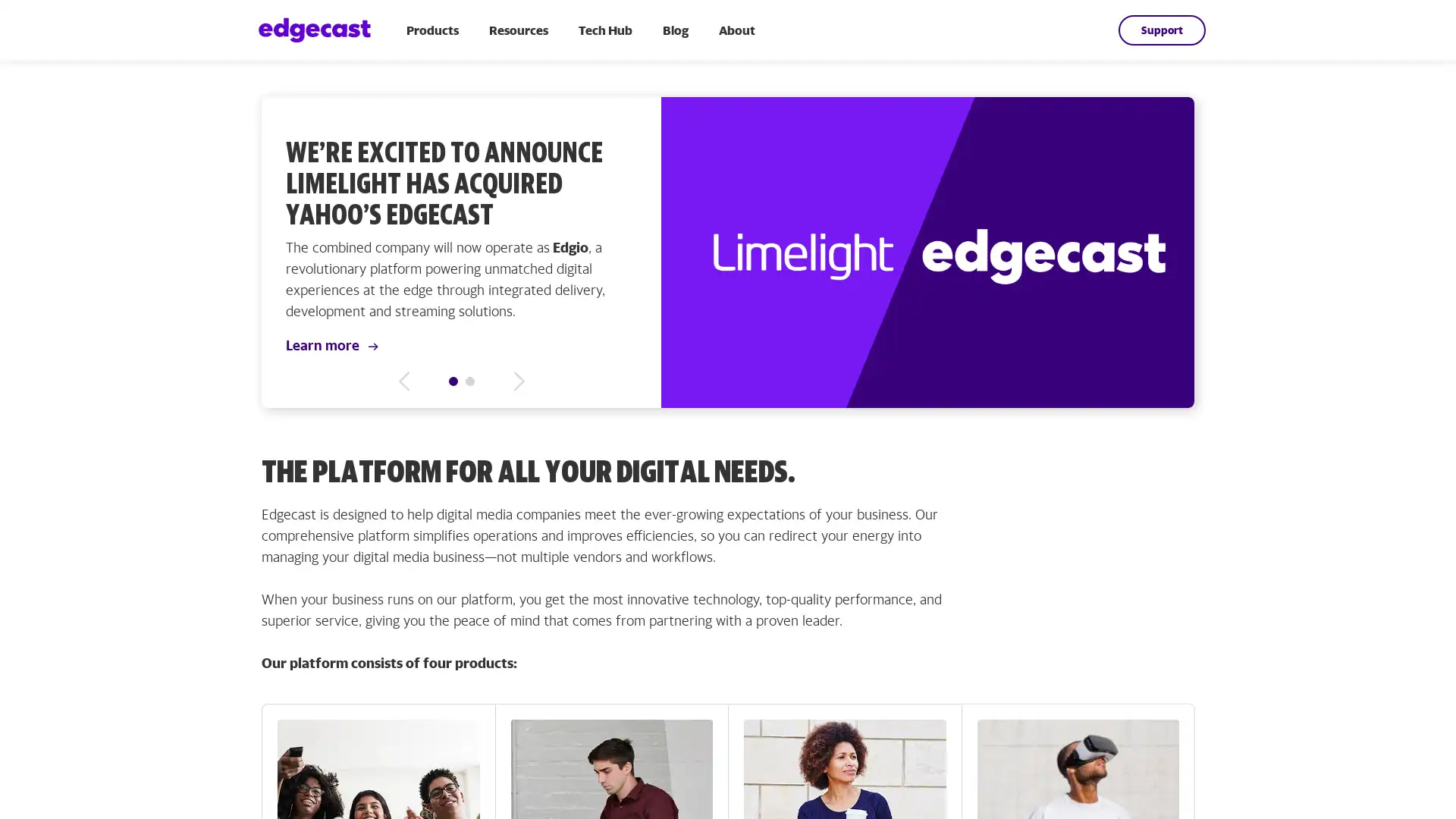 The width and height of the screenshot is (1456, 819). What do you see at coordinates (453, 380) in the screenshot?
I see `Show slide 1 of 2` at bounding box center [453, 380].